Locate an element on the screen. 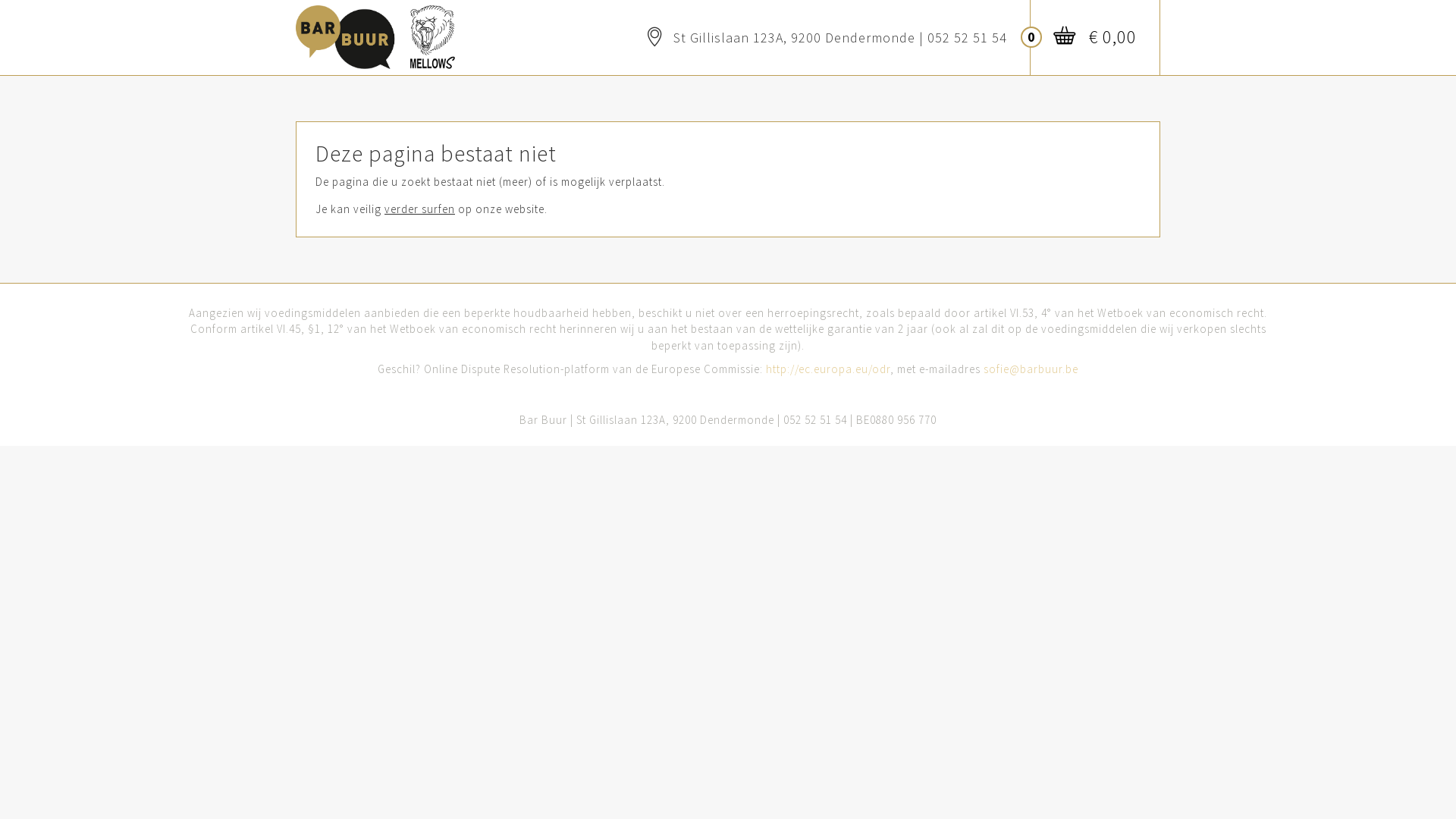 The image size is (1456, 819). 'sofie@barbuur.be' is located at coordinates (1031, 369).